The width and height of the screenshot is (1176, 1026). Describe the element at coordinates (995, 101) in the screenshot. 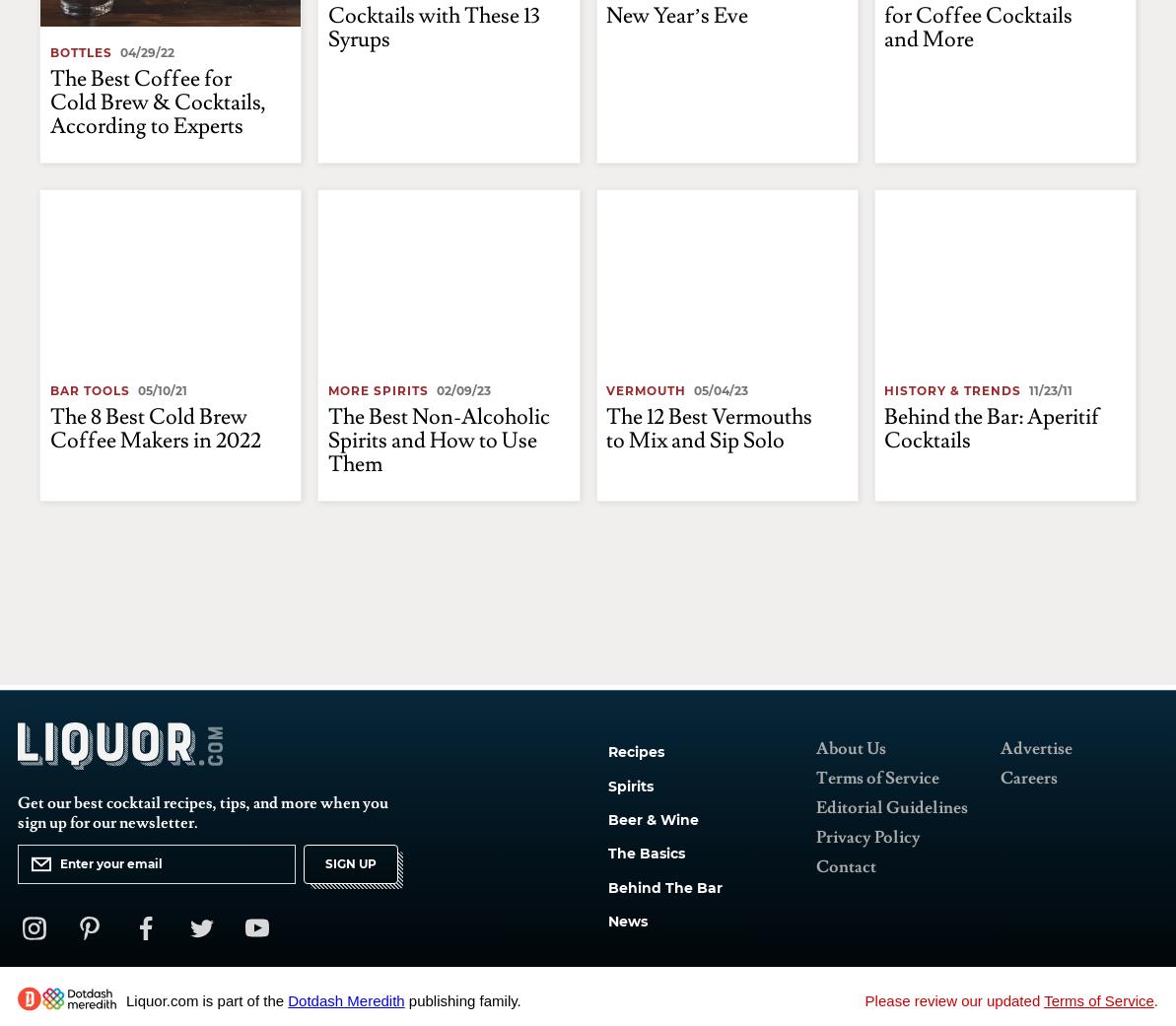

I see `'The Best Coffee Makers for Coffee Cocktails and More'` at that location.